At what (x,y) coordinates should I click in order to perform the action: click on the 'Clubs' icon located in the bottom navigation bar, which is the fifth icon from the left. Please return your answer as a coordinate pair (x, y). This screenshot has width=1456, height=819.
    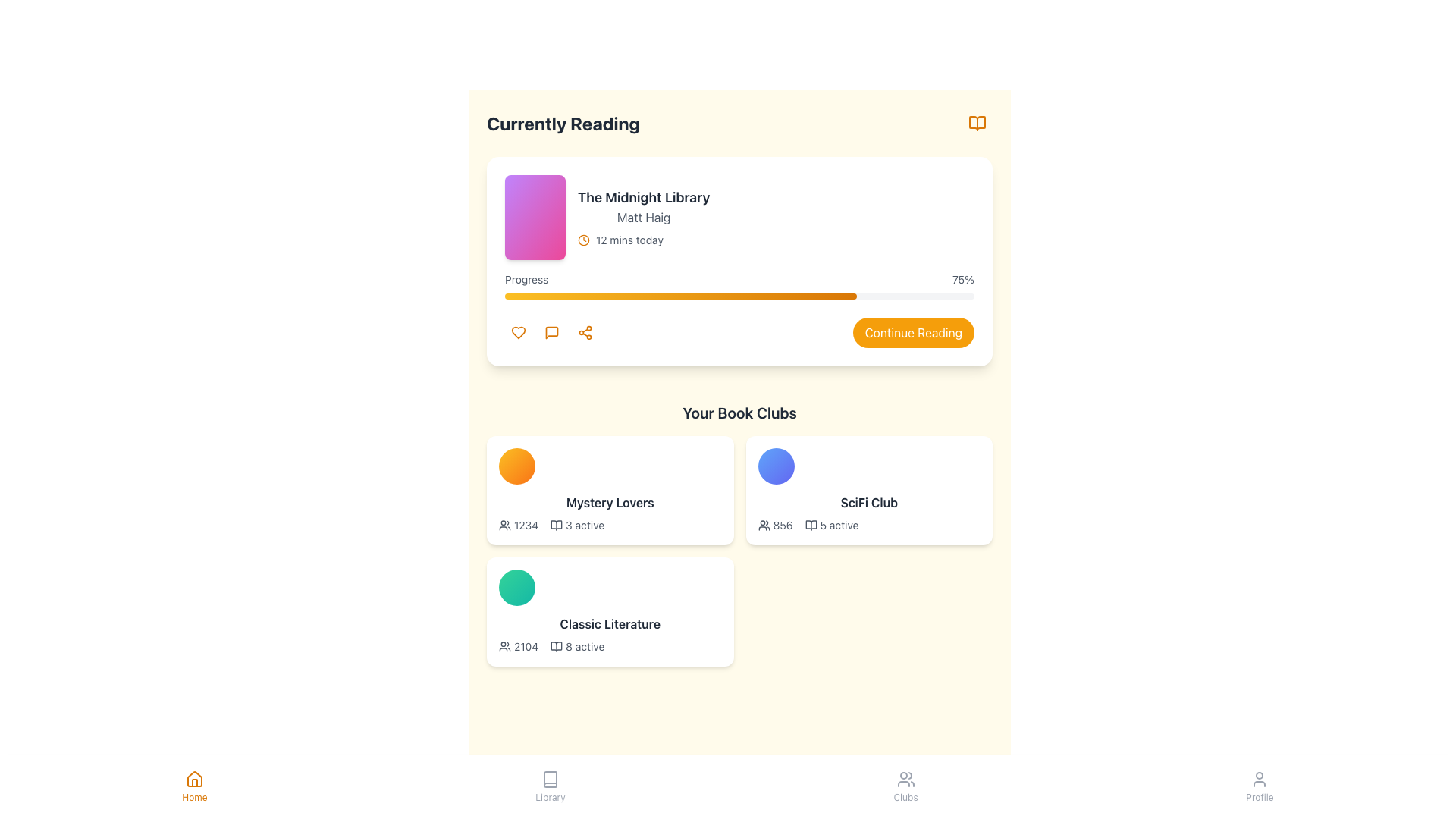
    Looking at the image, I should click on (905, 780).